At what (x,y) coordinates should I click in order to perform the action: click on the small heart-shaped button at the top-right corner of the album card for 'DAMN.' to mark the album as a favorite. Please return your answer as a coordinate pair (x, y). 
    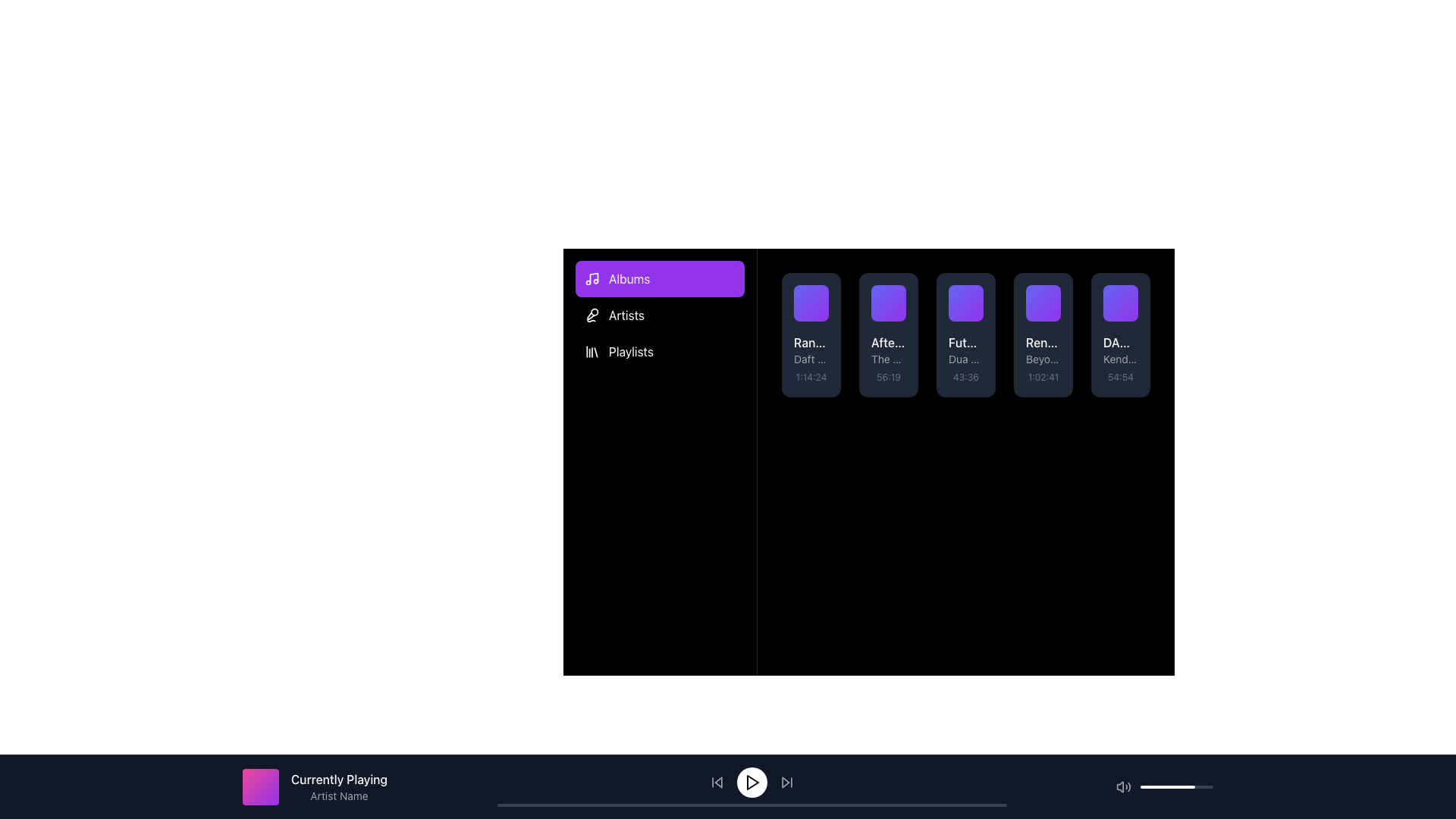
    Looking at the image, I should click on (1128, 294).